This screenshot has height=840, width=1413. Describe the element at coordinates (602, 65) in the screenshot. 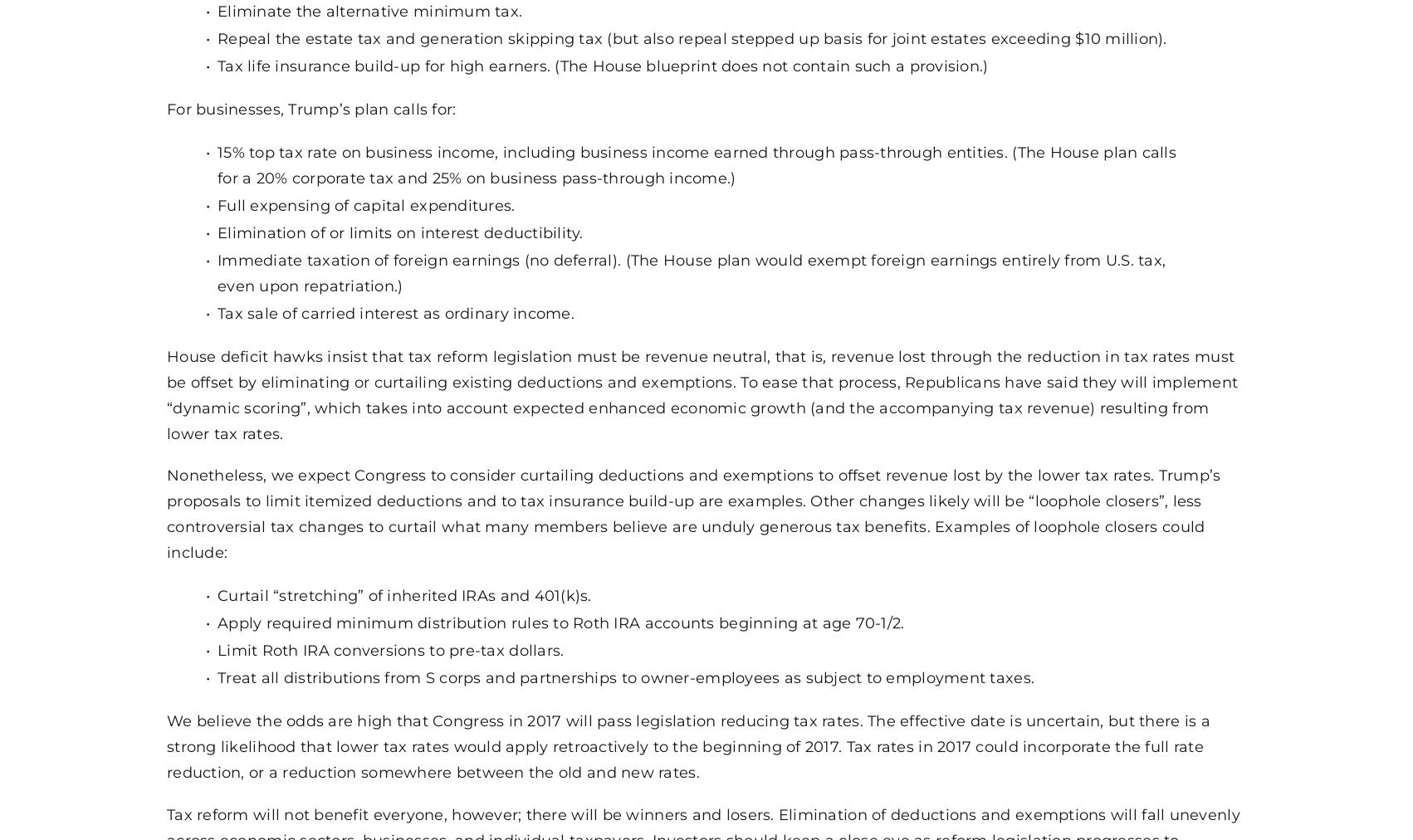

I see `'Tax life insurance build-up for high earners. (The House blueprint does not contain such a provision.)'` at that location.